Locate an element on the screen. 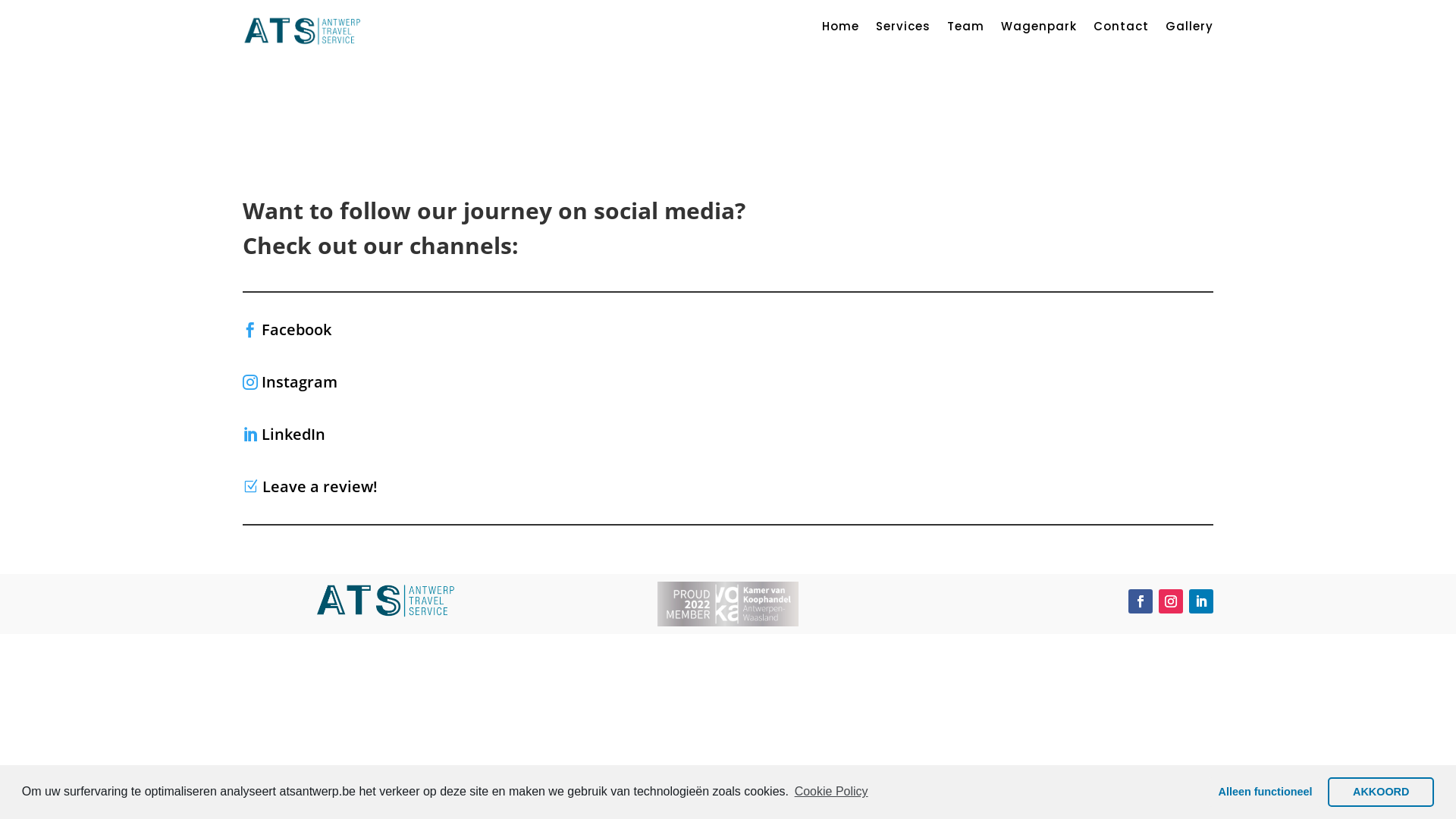 Image resolution: width=1456 pixels, height=819 pixels. 'ATS-LOGO-nocity' is located at coordinates (313, 598).